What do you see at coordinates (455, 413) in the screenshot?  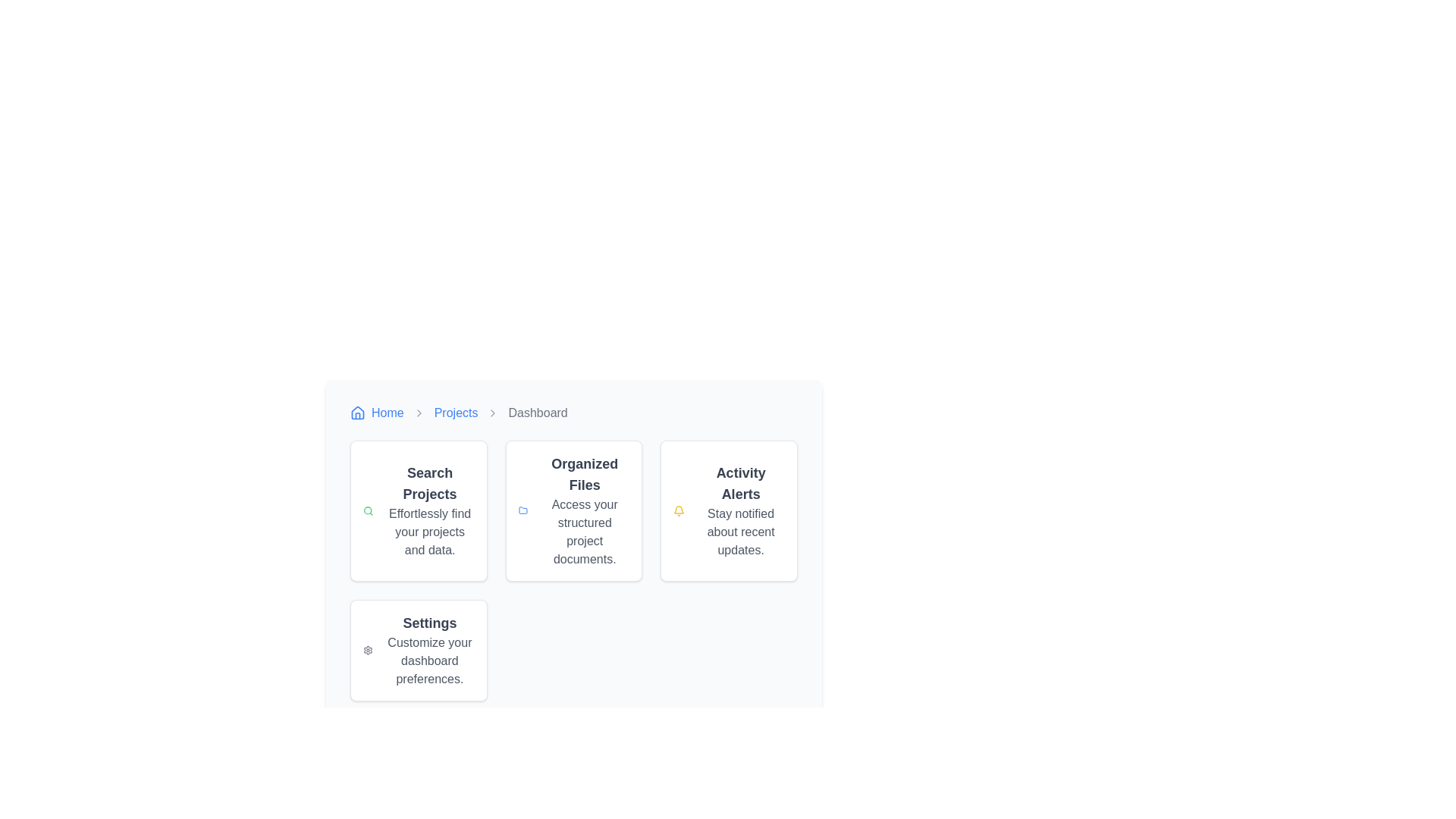 I see `the 'Projects' hyperlink in the breadcrumb navigation` at bounding box center [455, 413].